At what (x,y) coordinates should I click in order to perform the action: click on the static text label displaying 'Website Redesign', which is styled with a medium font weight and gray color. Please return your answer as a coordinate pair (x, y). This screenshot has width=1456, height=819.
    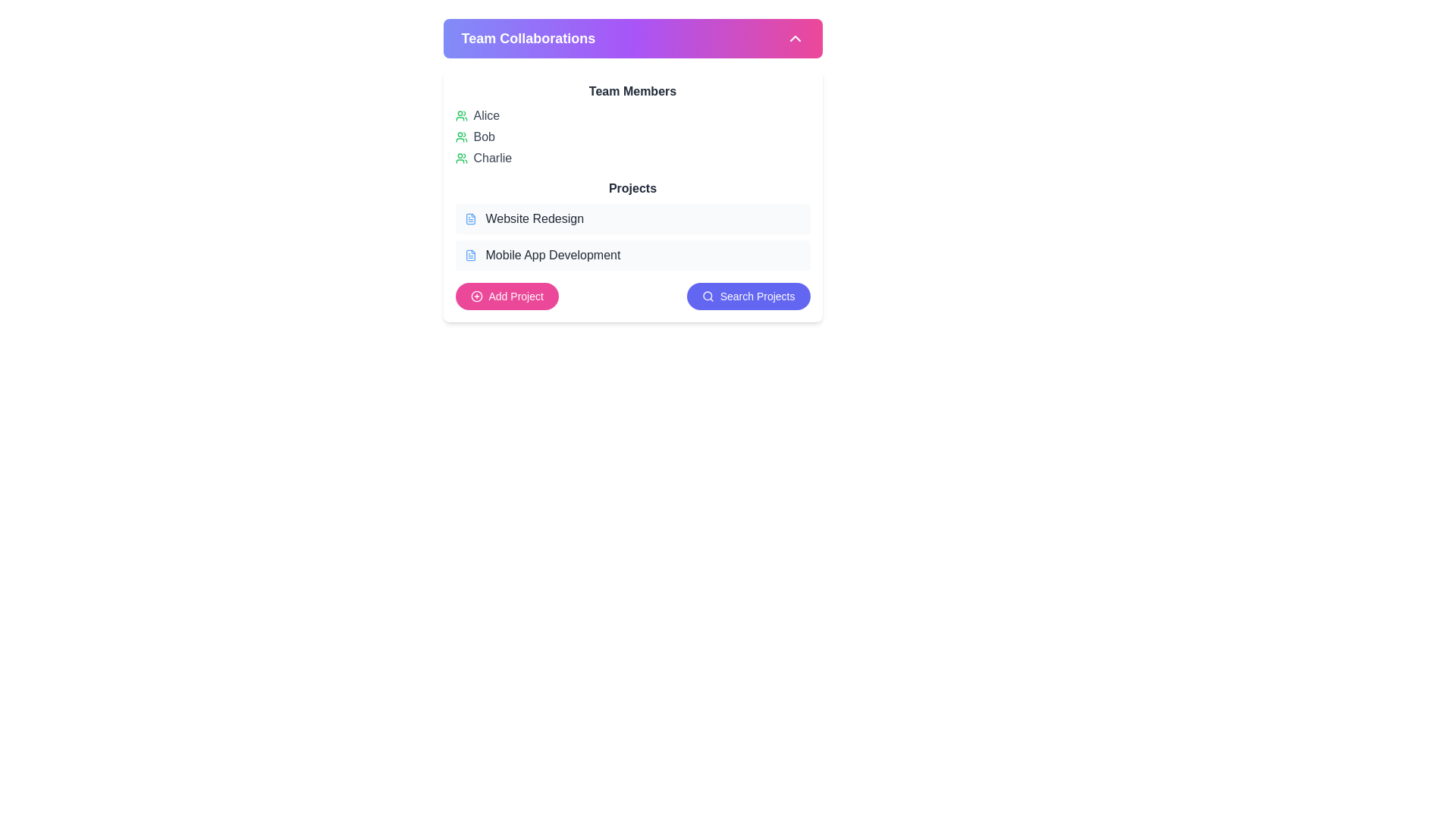
    Looking at the image, I should click on (535, 219).